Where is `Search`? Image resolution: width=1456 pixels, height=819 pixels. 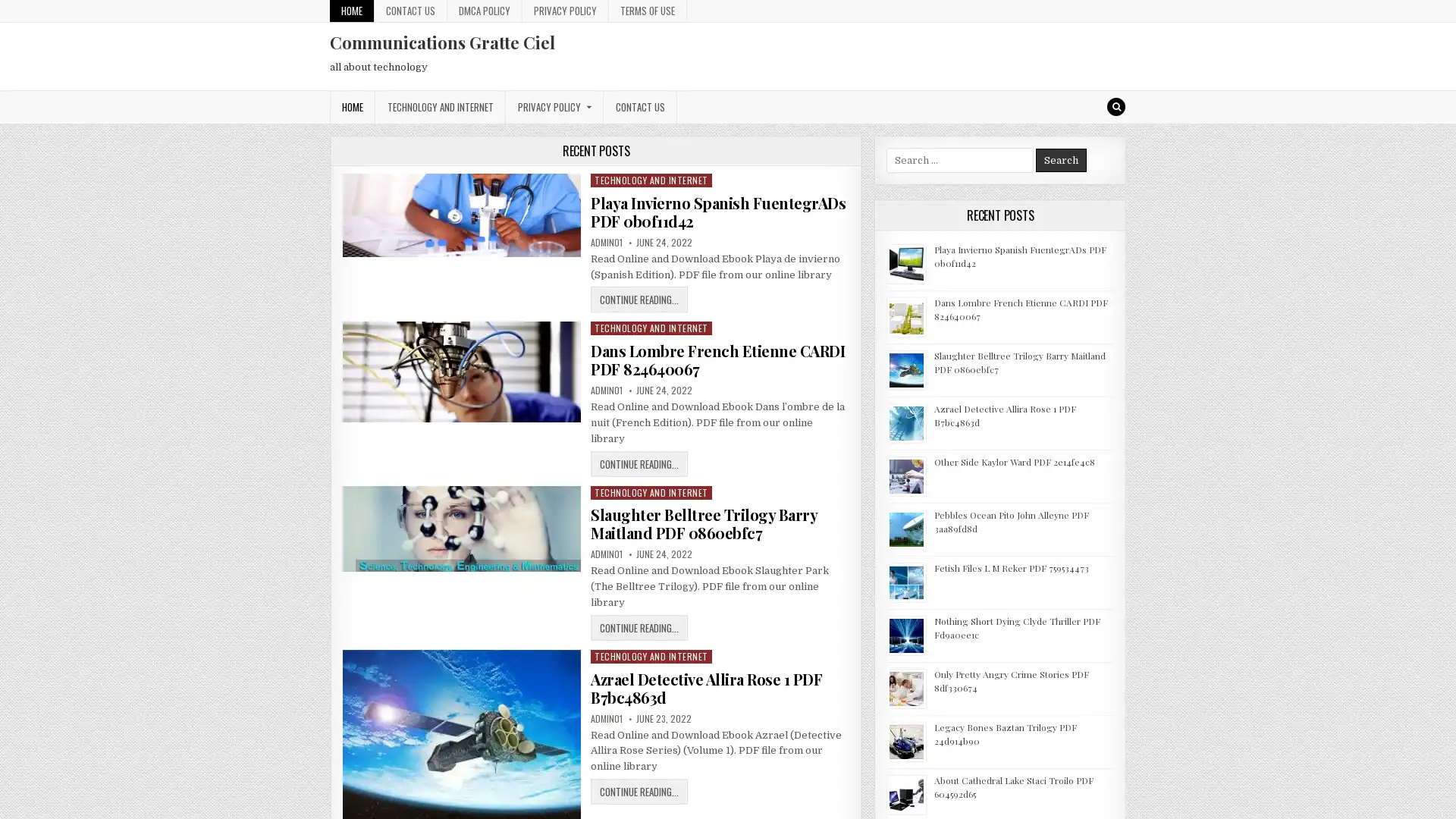 Search is located at coordinates (1060, 160).